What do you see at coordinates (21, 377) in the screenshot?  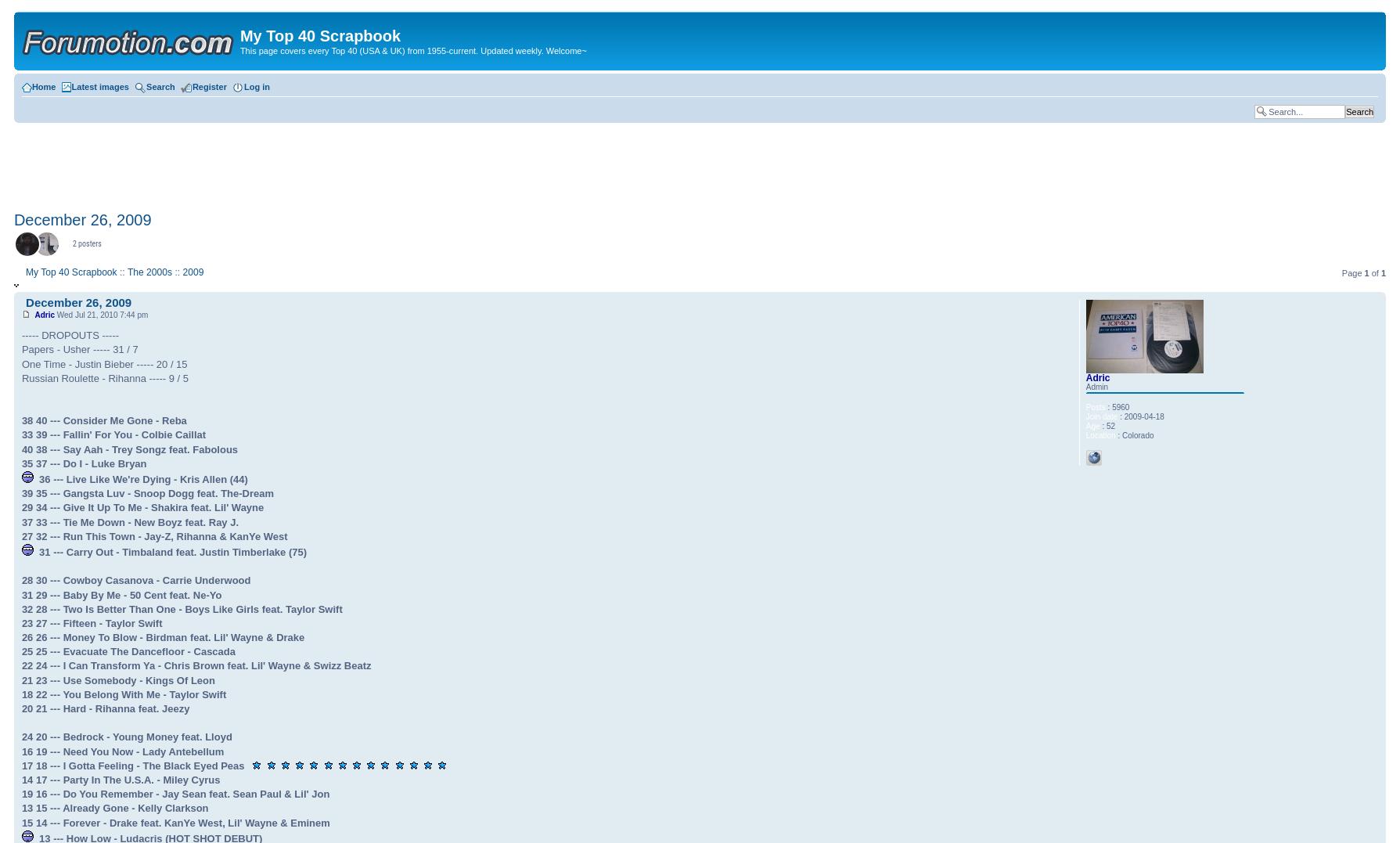 I see `'Russian Roulette - Rihanna ----- 9 / 5'` at bounding box center [21, 377].